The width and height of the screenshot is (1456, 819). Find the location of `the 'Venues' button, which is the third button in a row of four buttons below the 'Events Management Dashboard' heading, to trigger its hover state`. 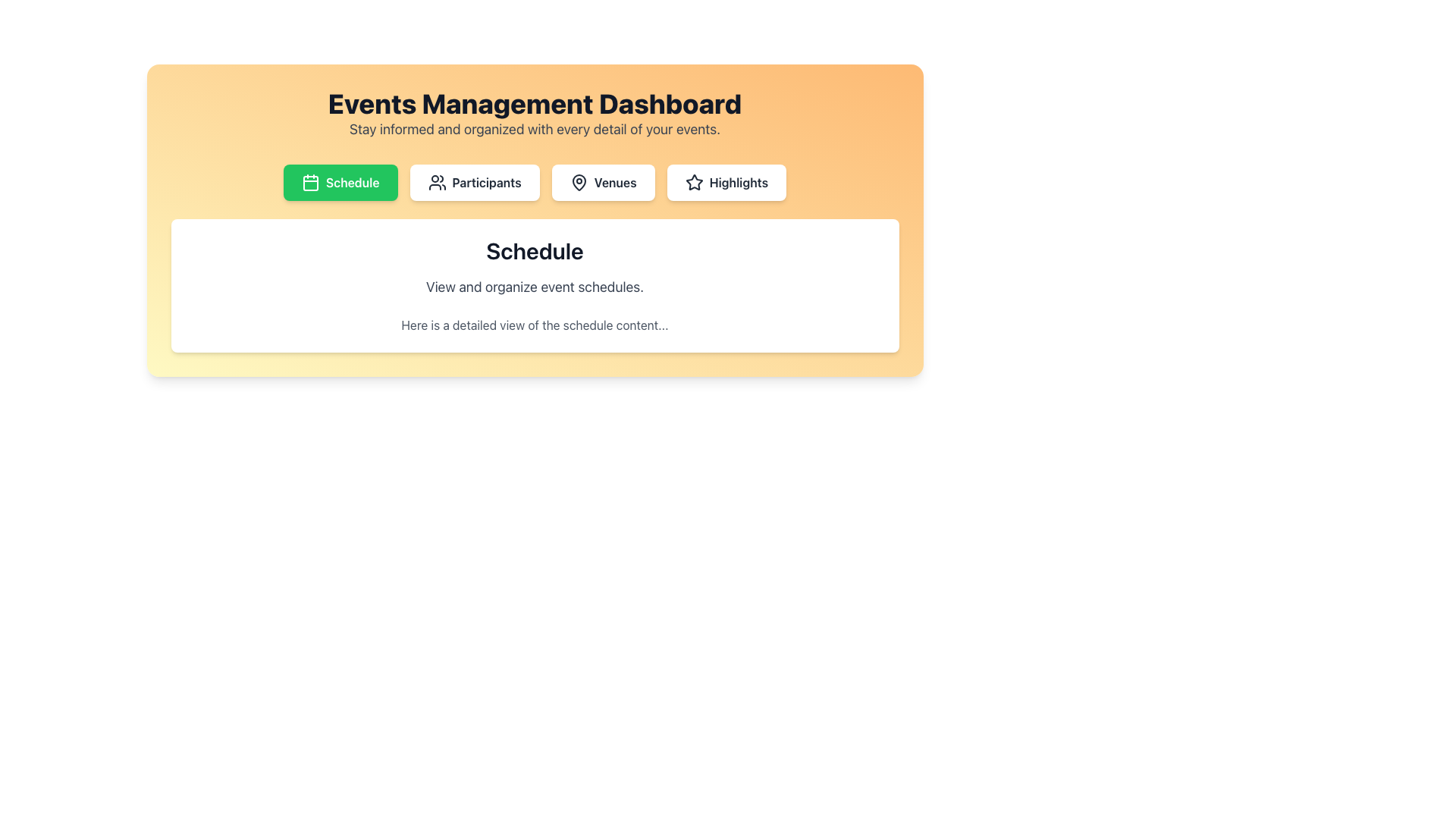

the 'Venues' button, which is the third button in a row of four buttons below the 'Events Management Dashboard' heading, to trigger its hover state is located at coordinates (602, 181).